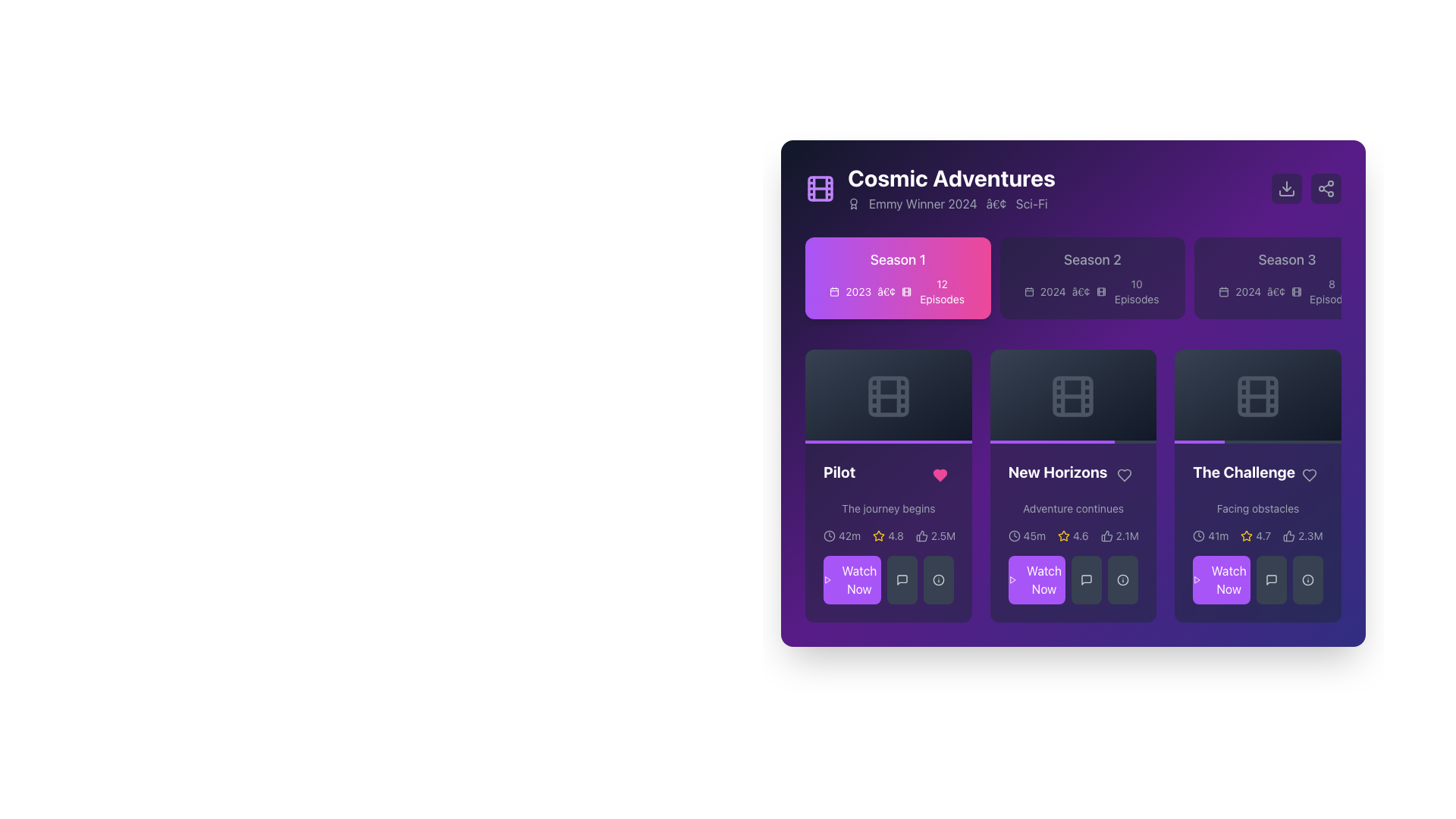  Describe the element at coordinates (1125, 474) in the screenshot. I see `the heart-shaped icon with a solid pink fill located near the title 'Pilot' in the media application interface` at that location.